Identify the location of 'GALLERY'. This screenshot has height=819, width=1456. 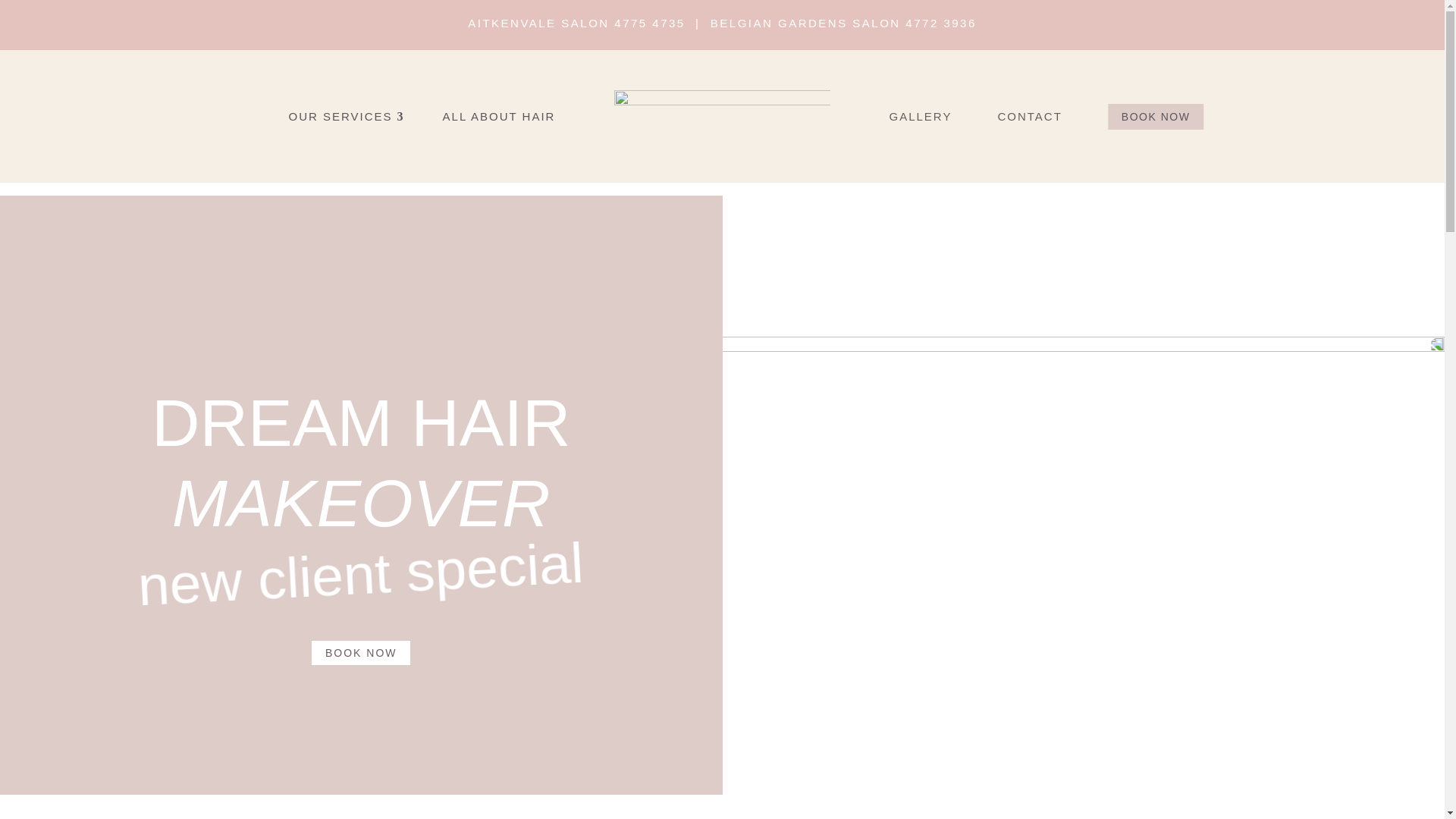
(942, 115).